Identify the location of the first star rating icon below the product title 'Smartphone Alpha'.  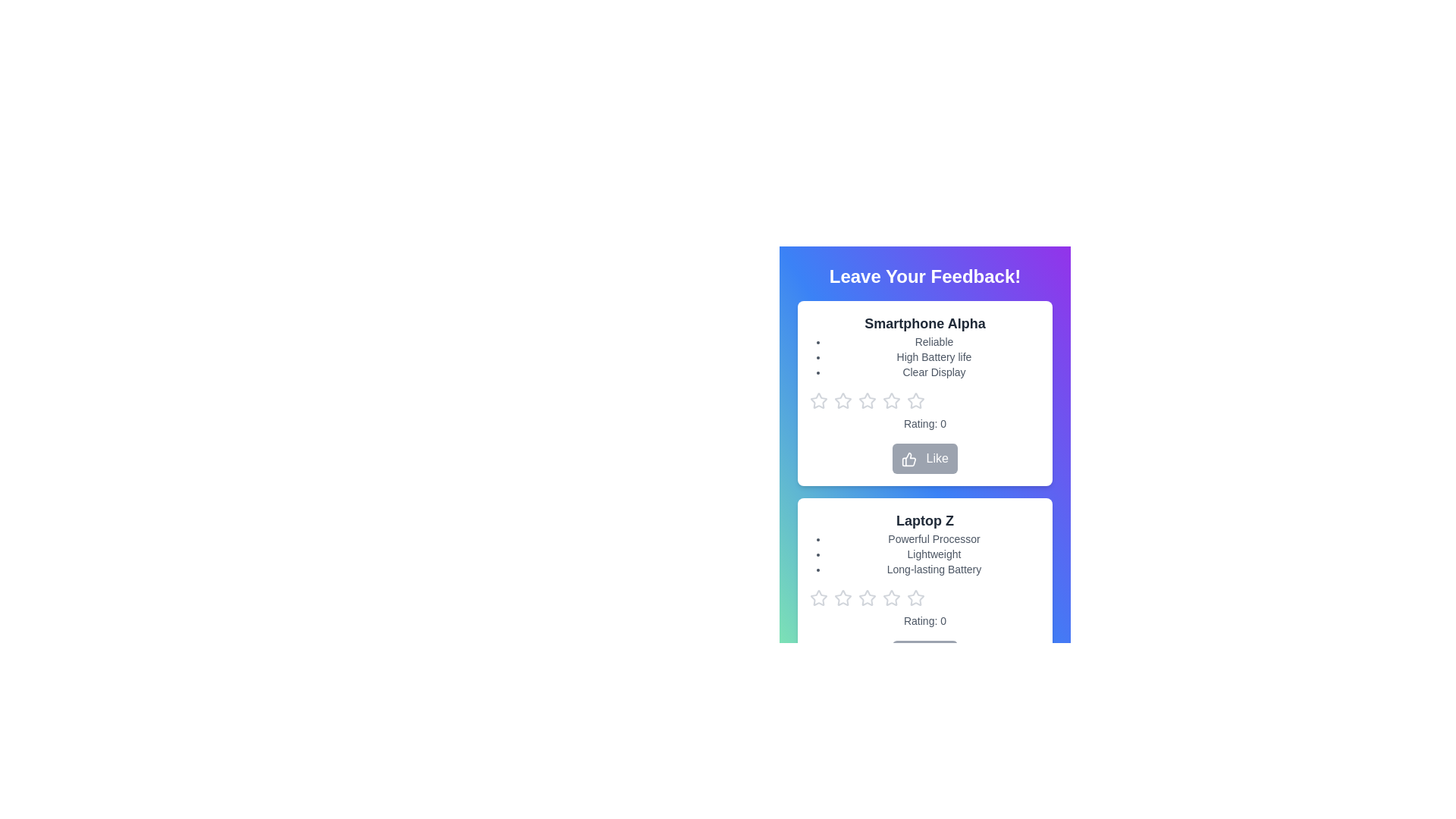
(843, 400).